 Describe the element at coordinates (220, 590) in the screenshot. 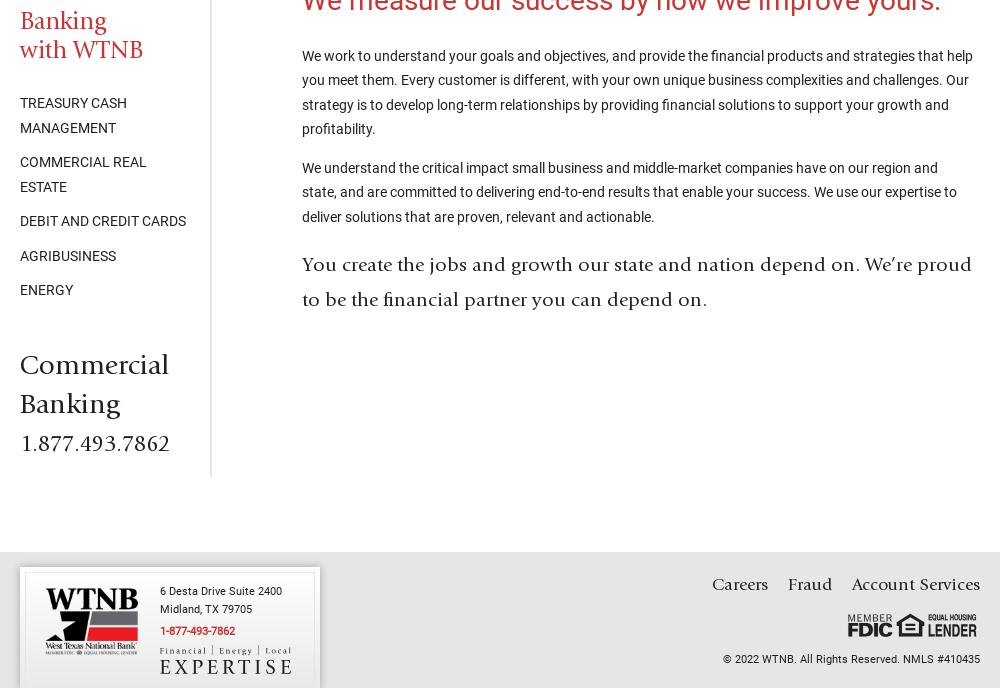

I see `'6 Desta Drive Suite 2400'` at that location.